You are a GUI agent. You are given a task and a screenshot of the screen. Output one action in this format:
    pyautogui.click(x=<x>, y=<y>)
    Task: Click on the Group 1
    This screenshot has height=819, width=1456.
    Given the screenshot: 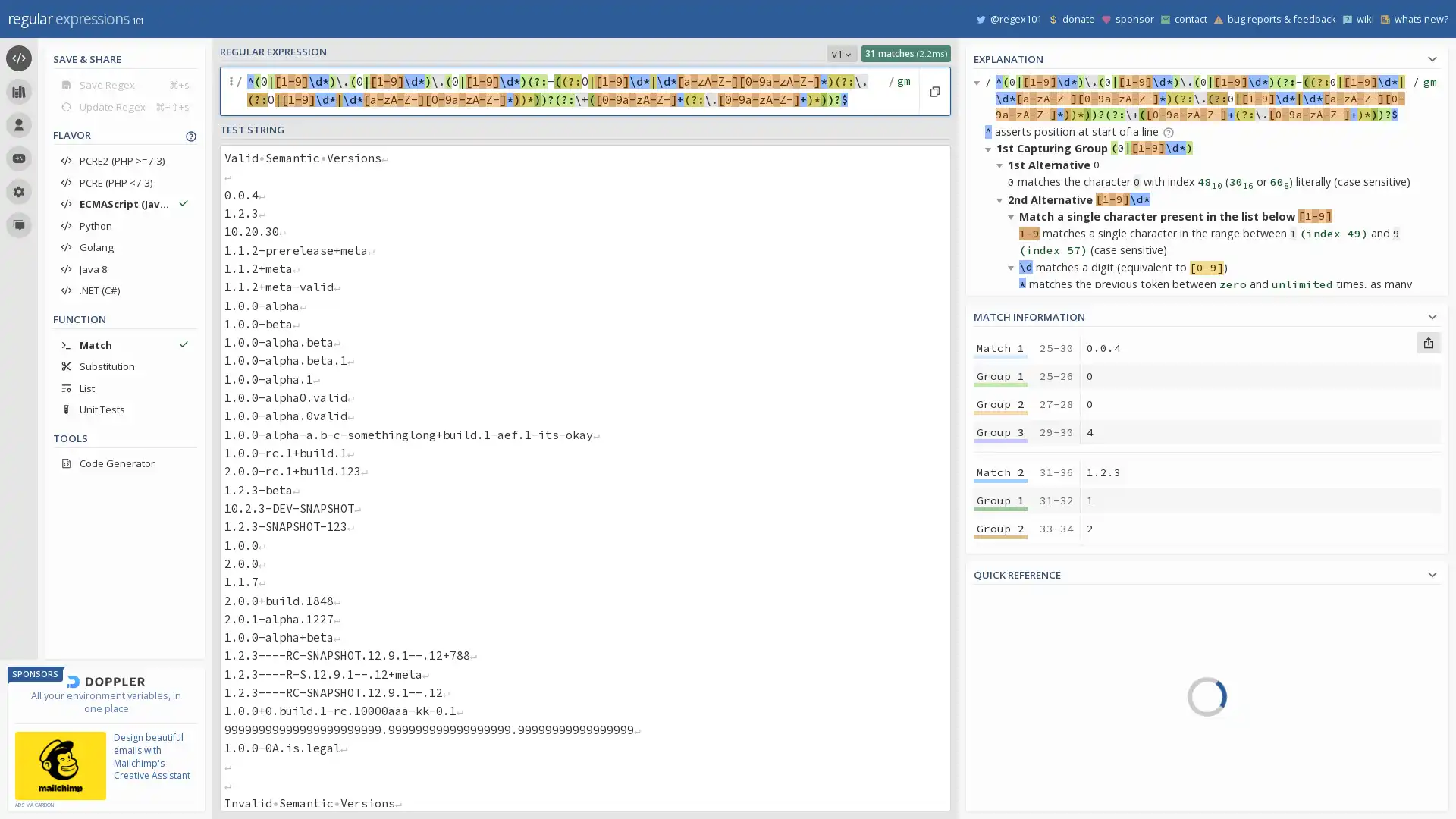 What is the action you would take?
    pyautogui.click(x=1000, y=748)
    